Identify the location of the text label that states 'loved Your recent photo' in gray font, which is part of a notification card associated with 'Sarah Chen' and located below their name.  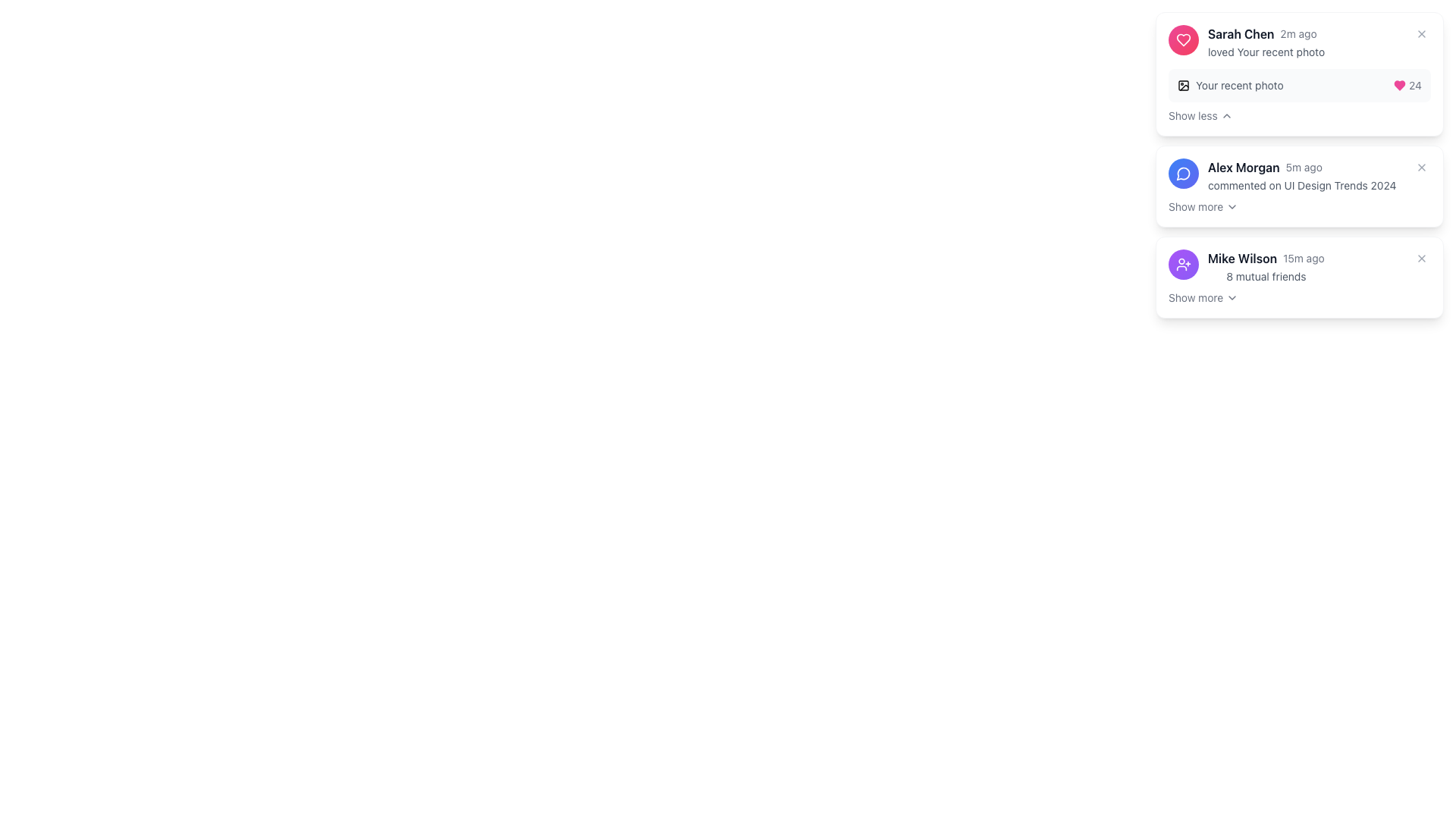
(1266, 51).